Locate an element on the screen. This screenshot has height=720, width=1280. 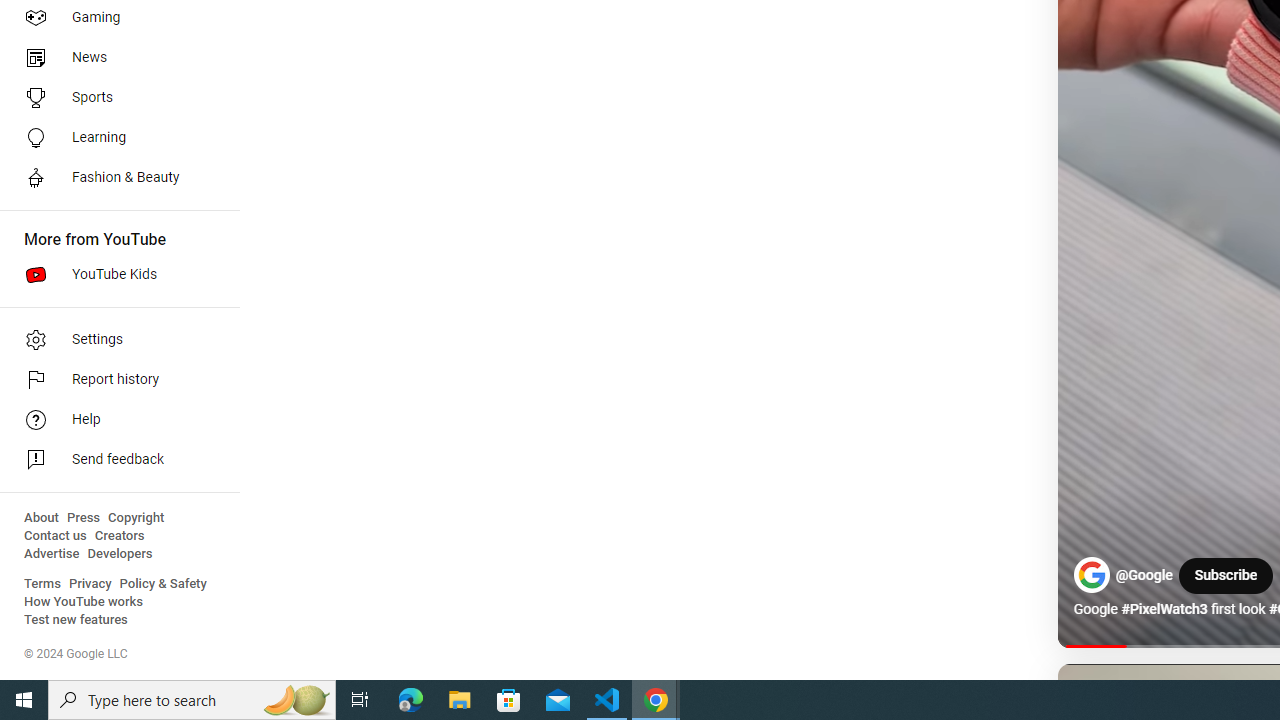
'Advertise' is located at coordinates (51, 554).